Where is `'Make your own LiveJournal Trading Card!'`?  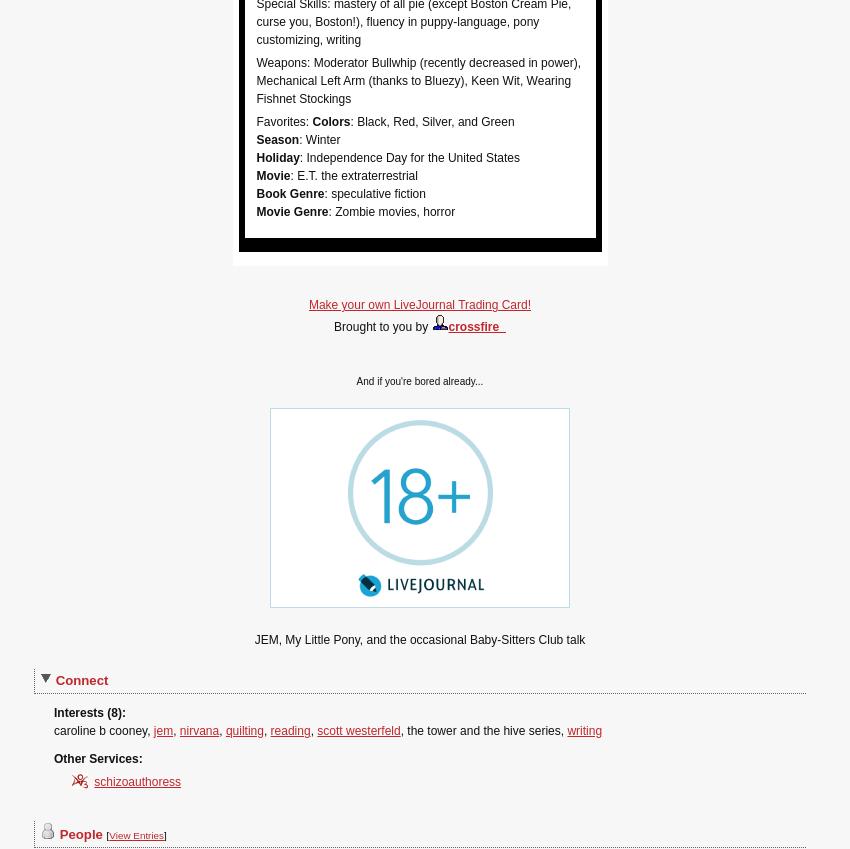
'Make your own LiveJournal Trading Card!' is located at coordinates (308, 303).